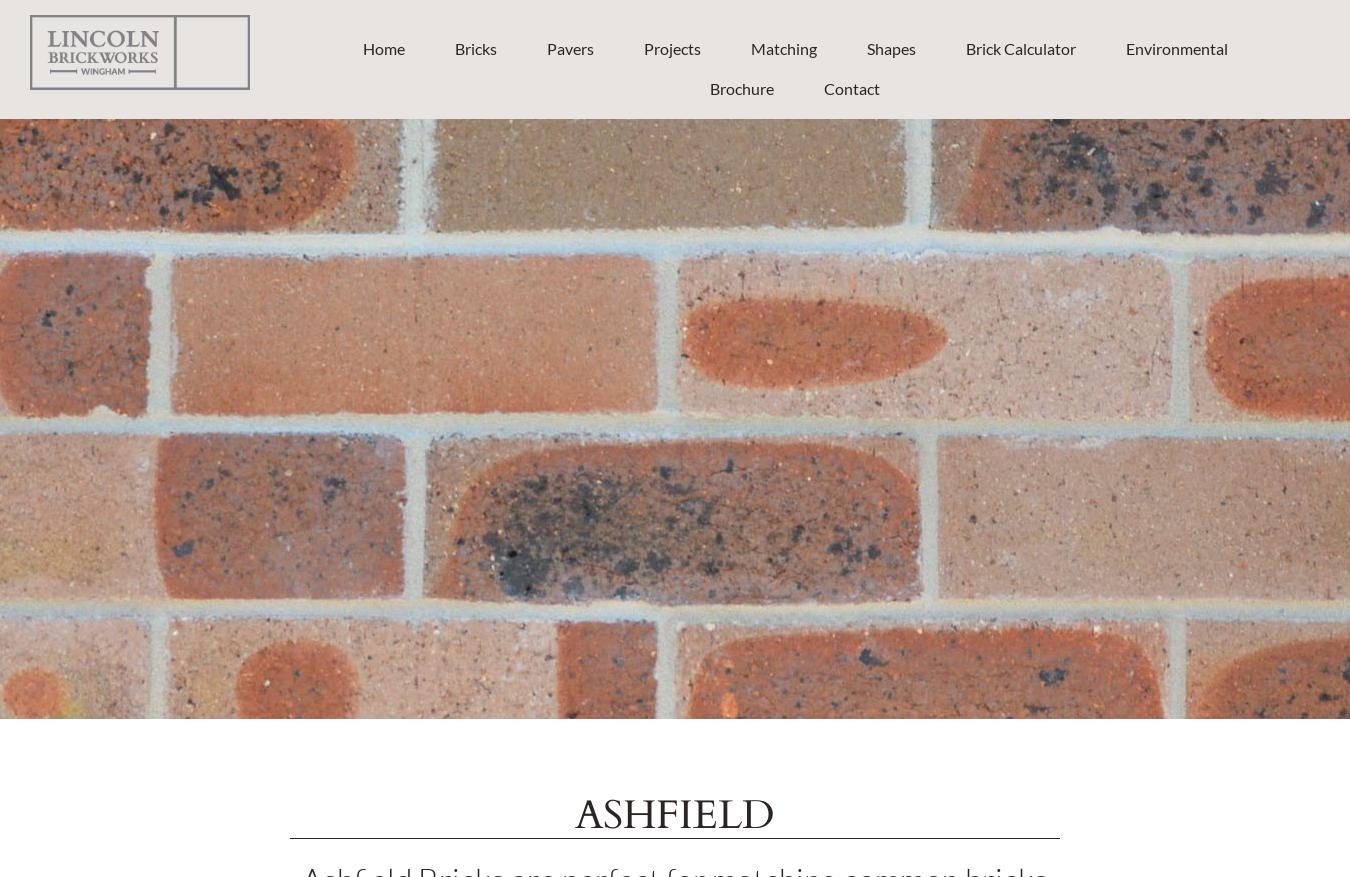  What do you see at coordinates (740, 87) in the screenshot?
I see `'Brochure'` at bounding box center [740, 87].